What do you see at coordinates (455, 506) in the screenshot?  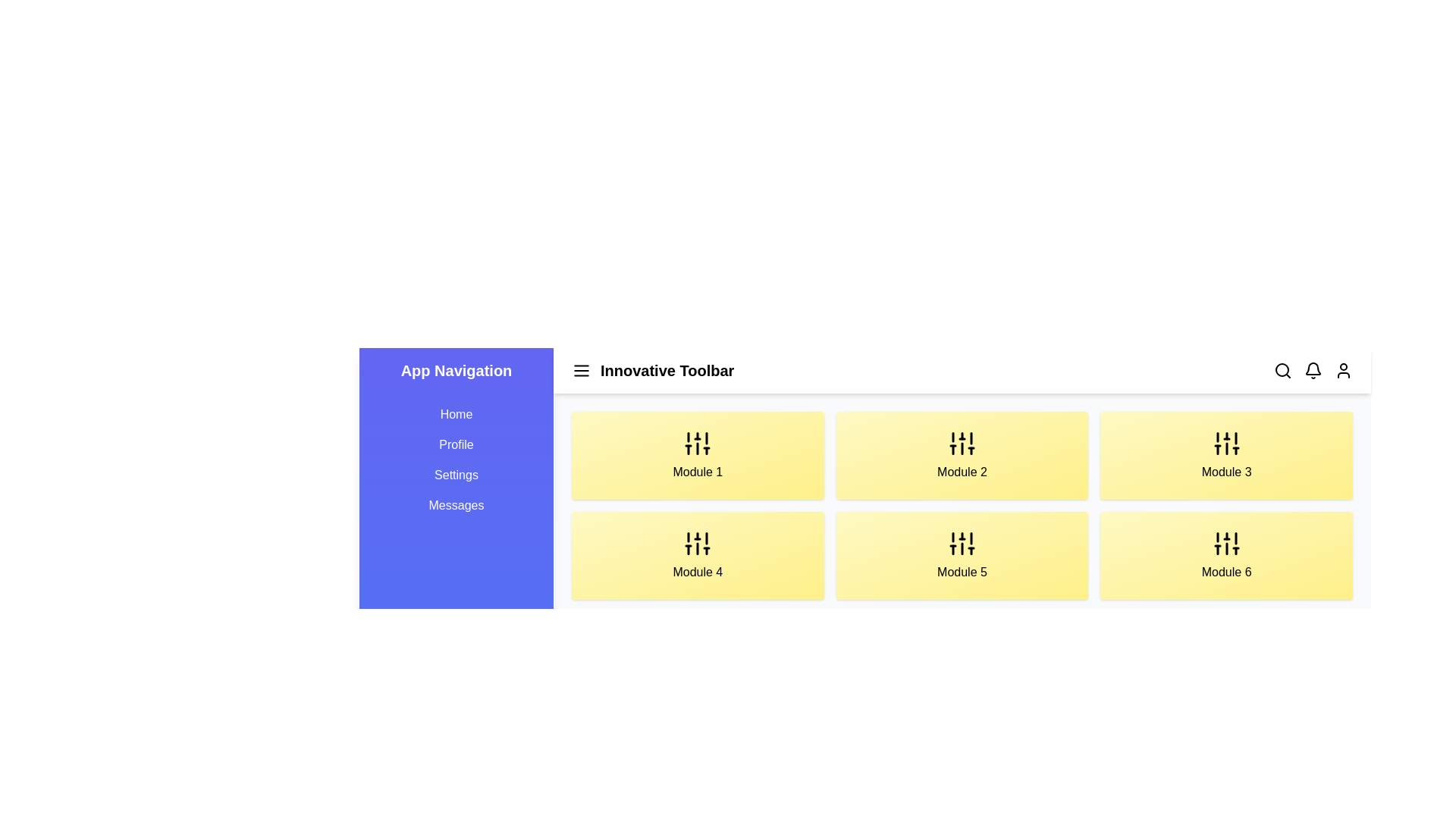 I see `the navigation link labeled Messages` at bounding box center [455, 506].